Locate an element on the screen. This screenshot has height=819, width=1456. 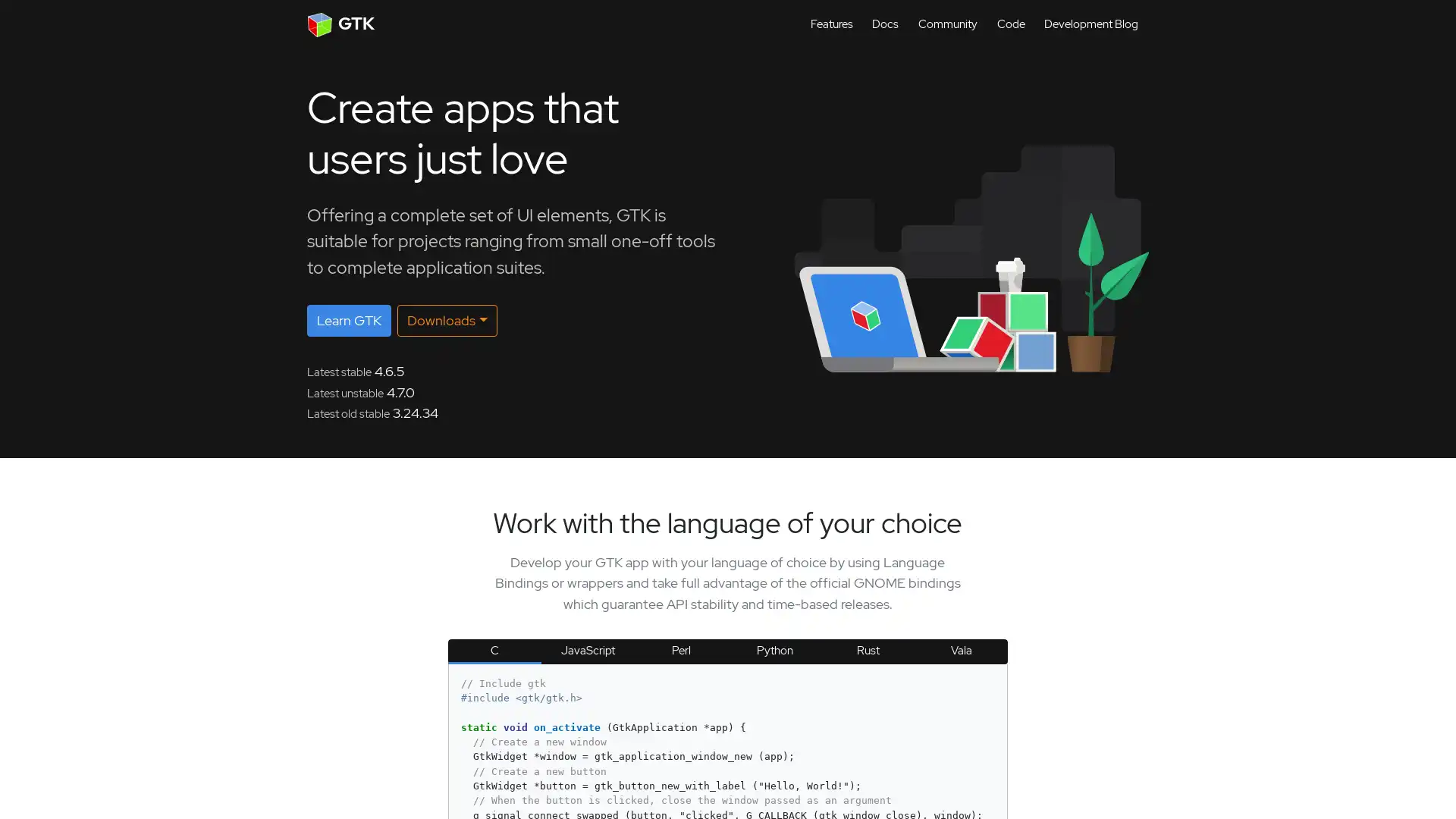
Learn GTK is located at coordinates (348, 320).